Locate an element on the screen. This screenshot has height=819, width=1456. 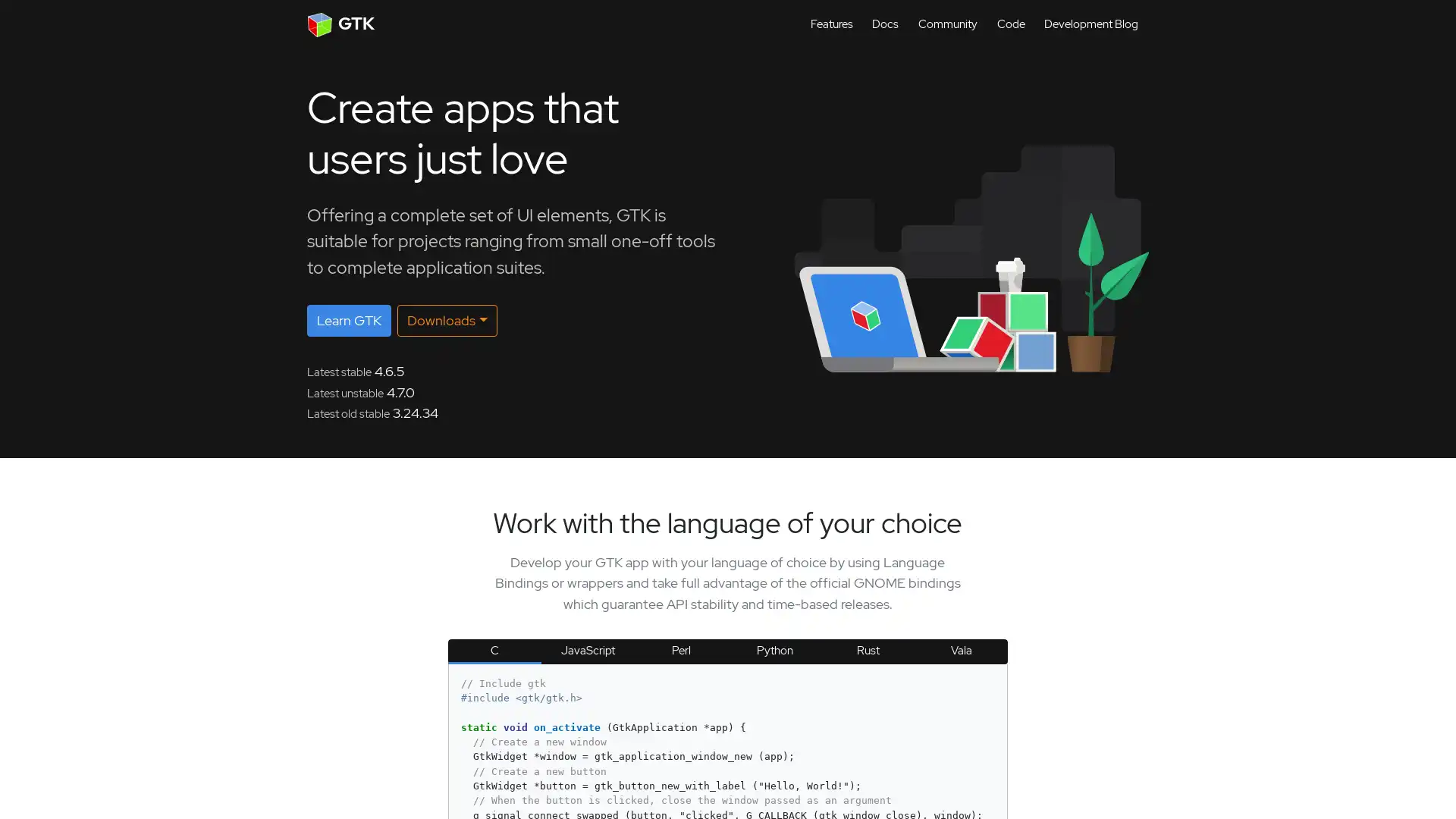
Learn GTK is located at coordinates (348, 320).